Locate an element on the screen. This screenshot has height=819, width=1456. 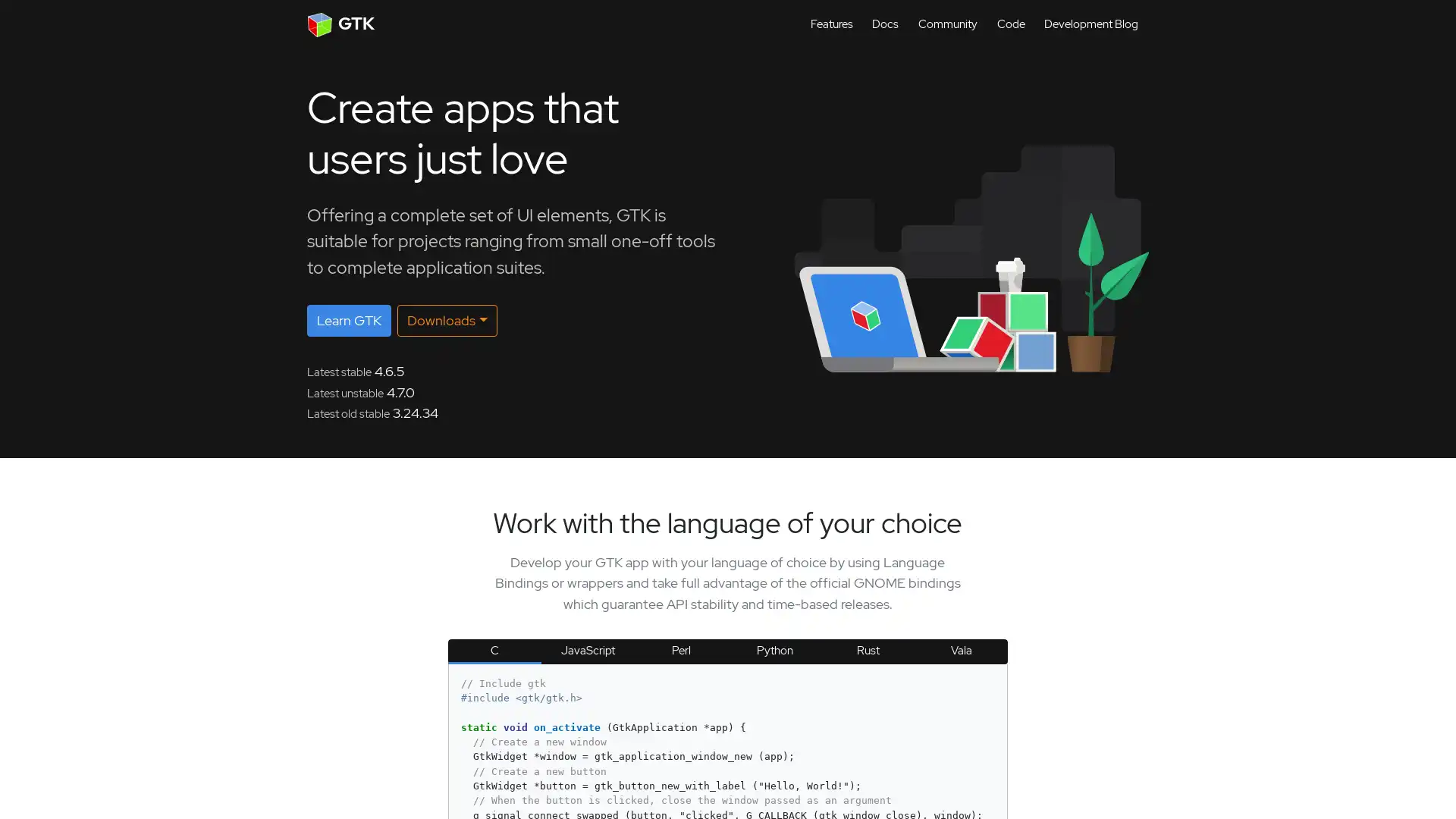
Learn GTK is located at coordinates (348, 320).